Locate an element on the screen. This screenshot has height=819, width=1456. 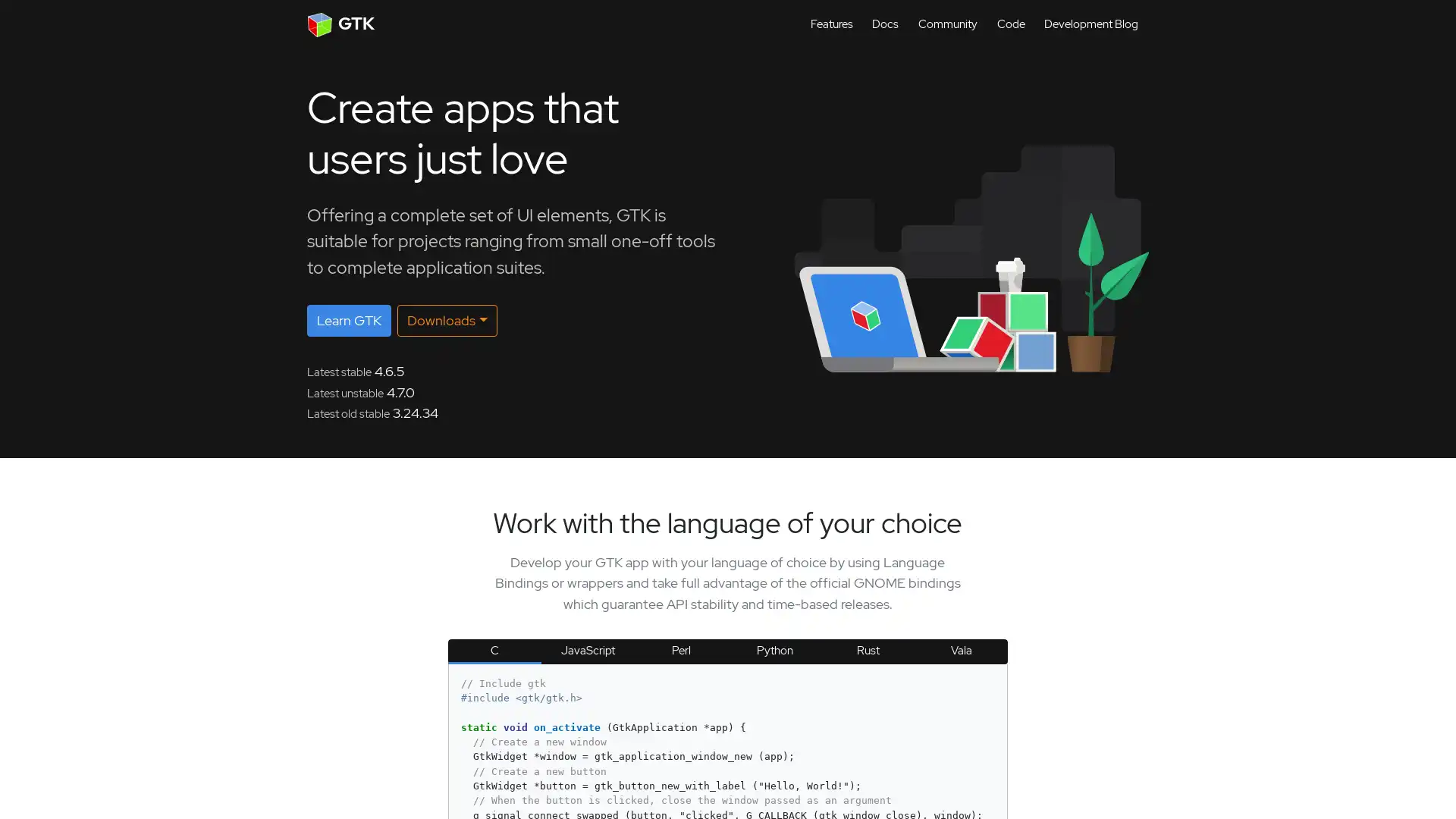
Learn GTK is located at coordinates (348, 320).